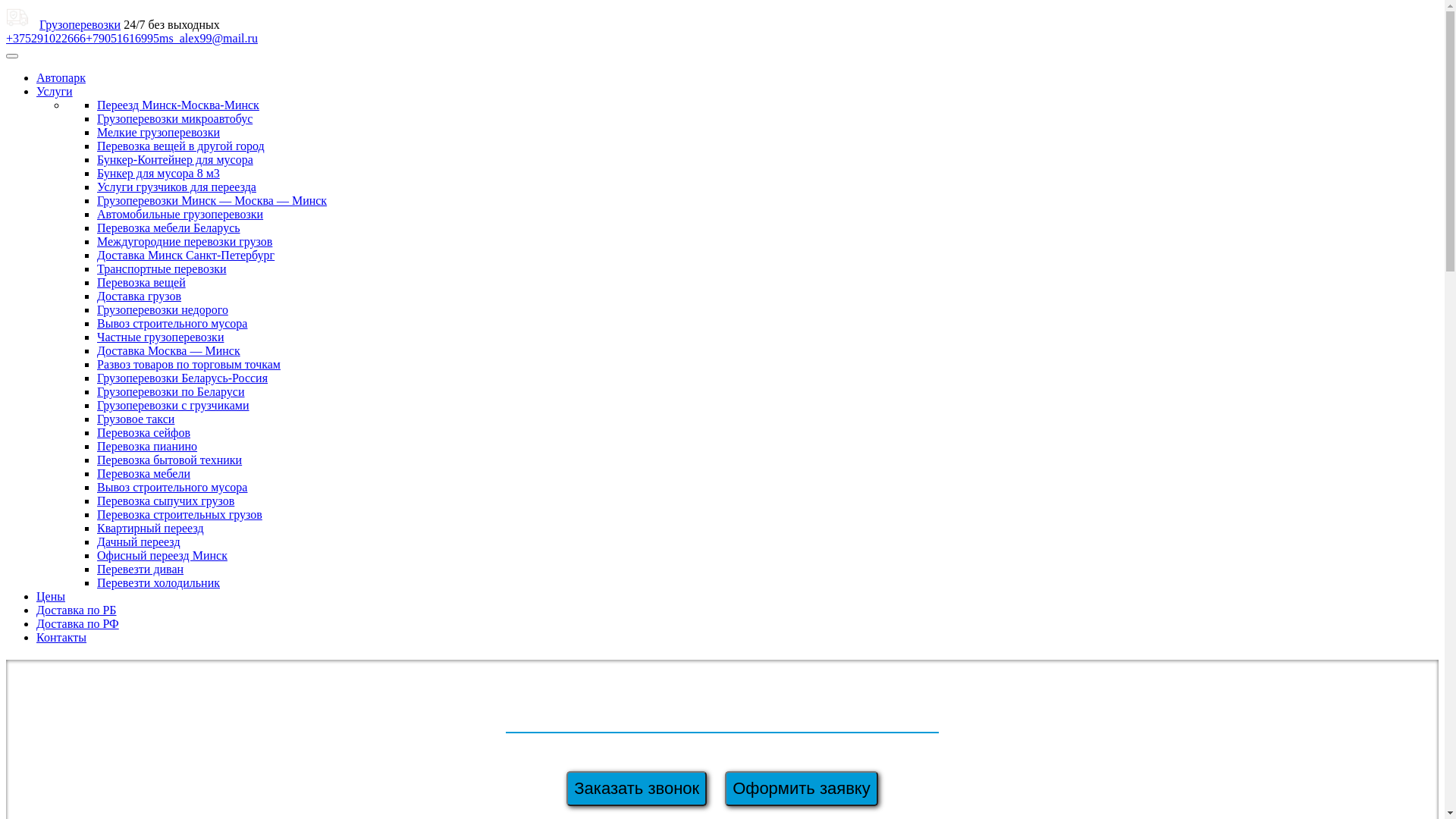 This screenshot has width=1456, height=819. I want to click on 'ms_alex99@mail.ru', so click(159, 37).